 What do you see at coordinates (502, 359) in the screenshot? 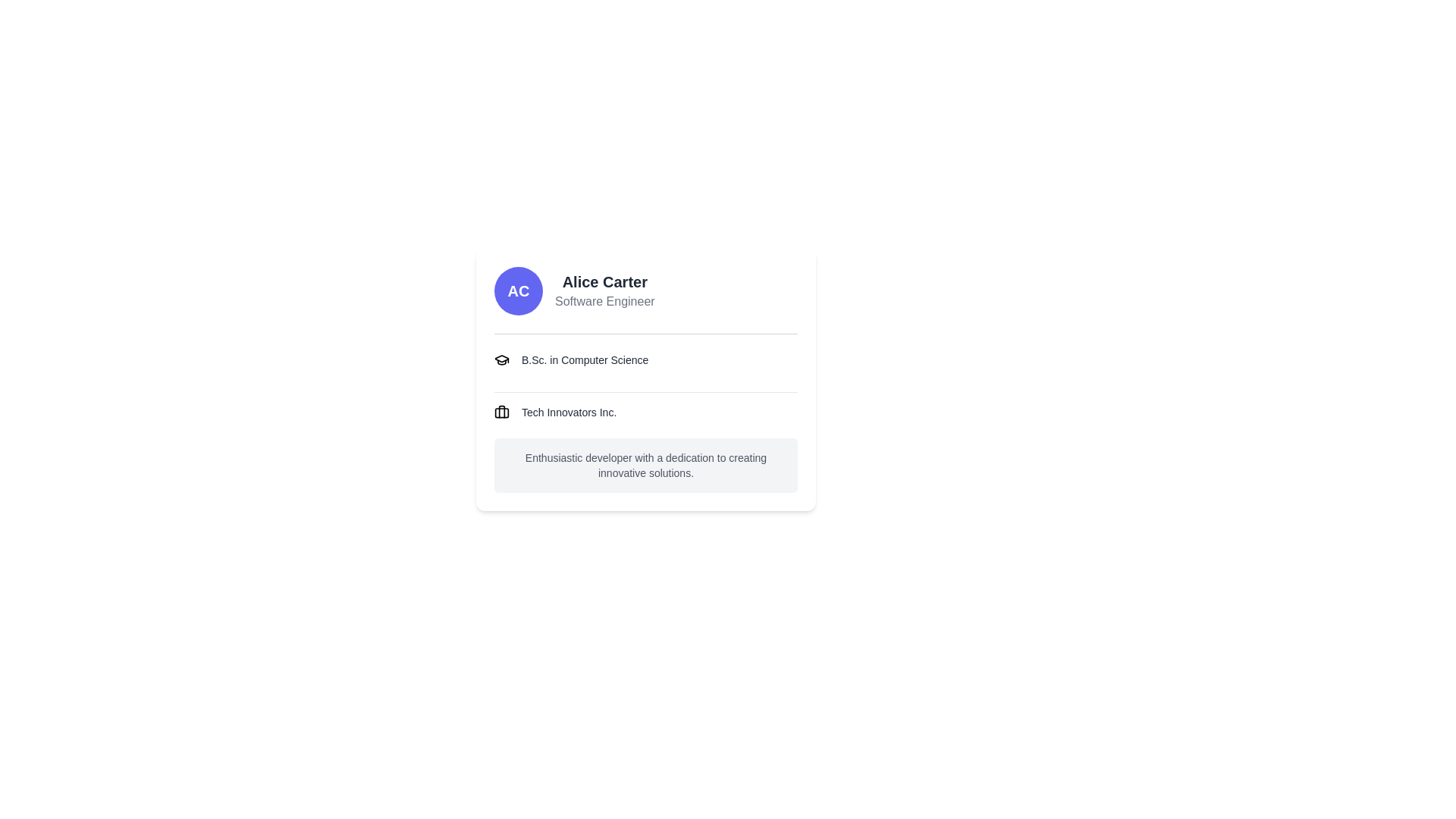
I see `the educational qualification icon next to the text 'B.Sc. in Computer Science'` at bounding box center [502, 359].